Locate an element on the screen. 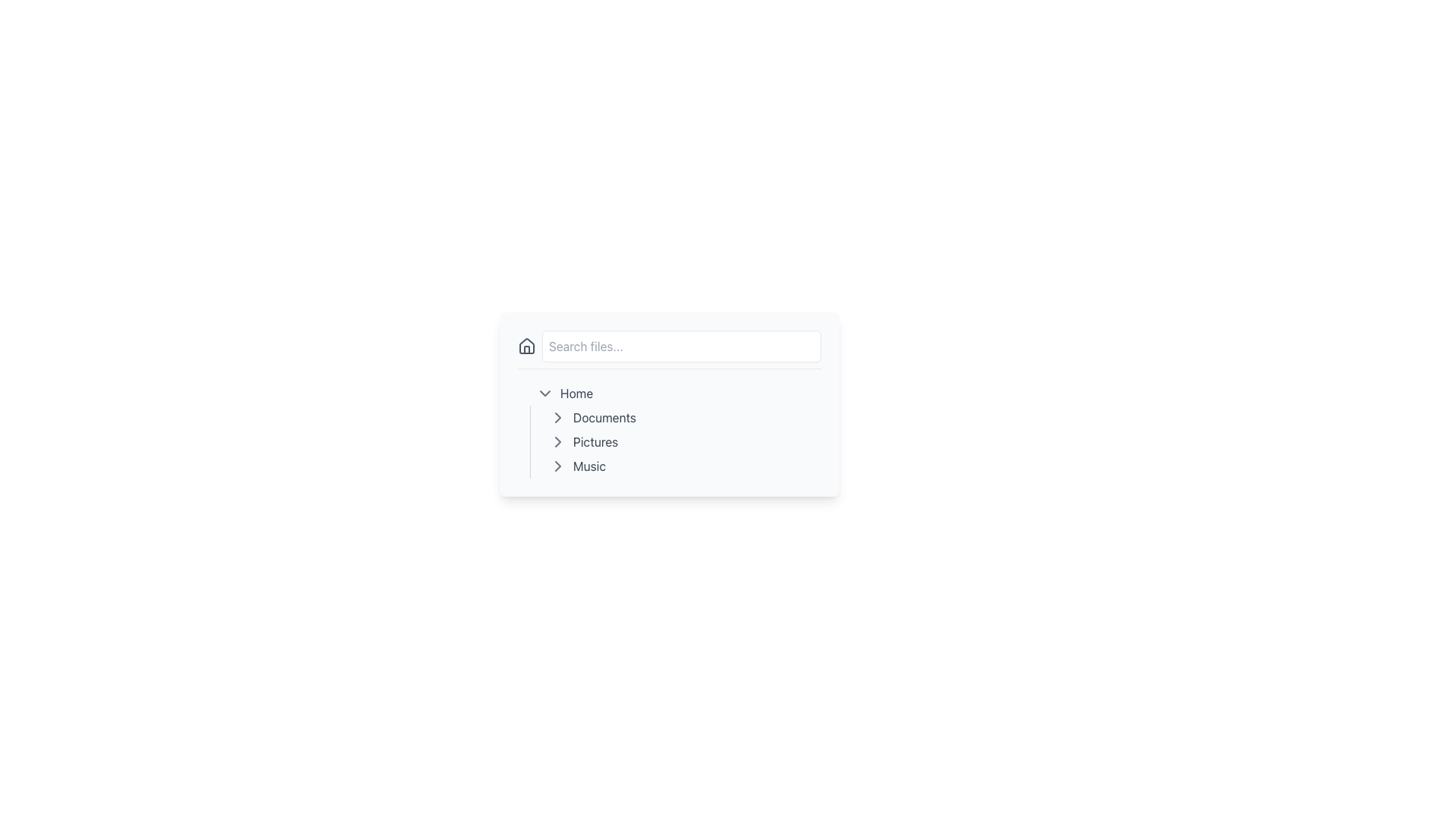 The width and height of the screenshot is (1456, 819). the right-pointing chevron icon (▶) located to the left of the 'Pictures' text in the hierarchical navigation list for visual indication is located at coordinates (557, 418).